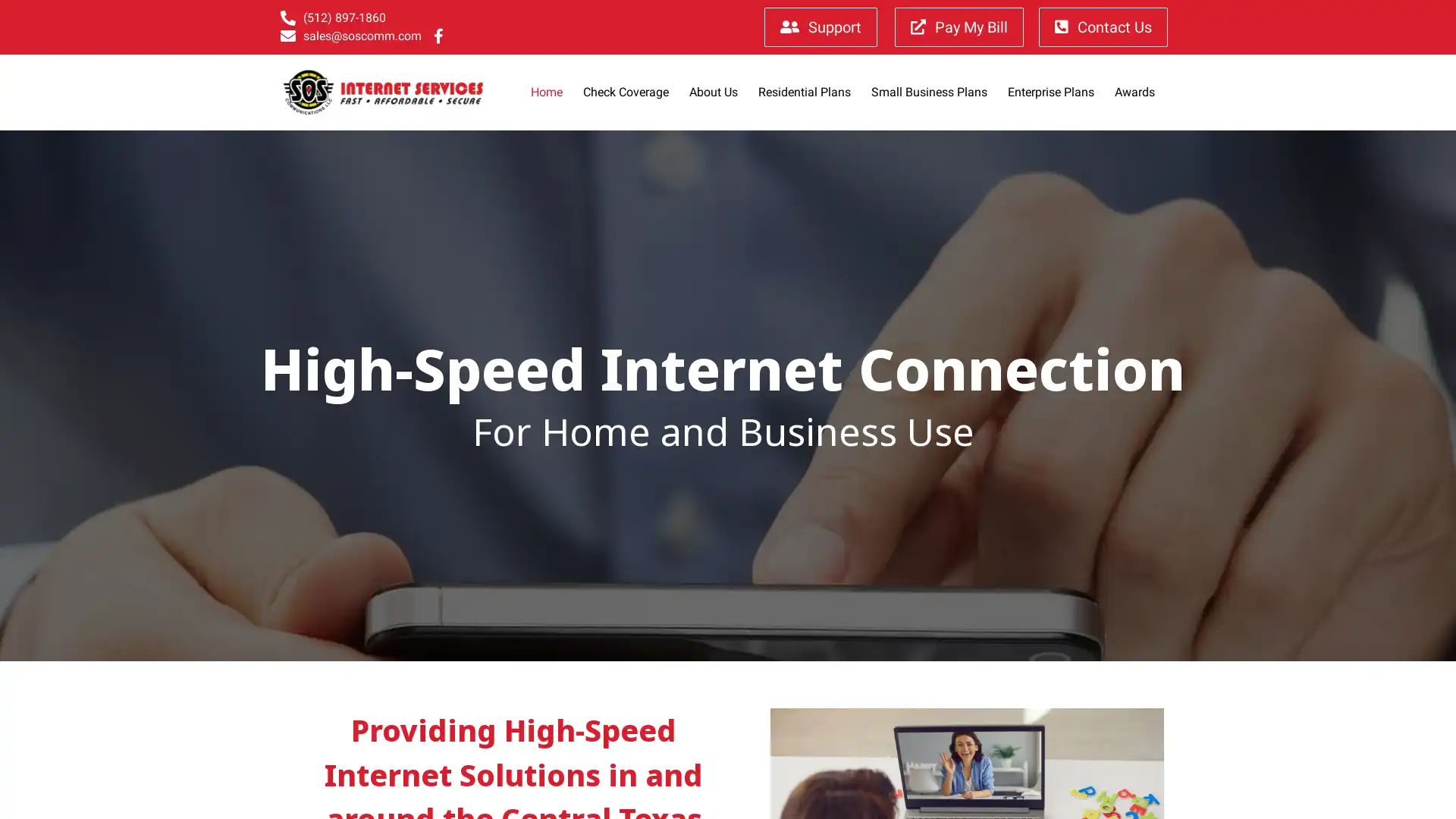  Describe the element at coordinates (1103, 27) in the screenshot. I see `Contact Us` at that location.